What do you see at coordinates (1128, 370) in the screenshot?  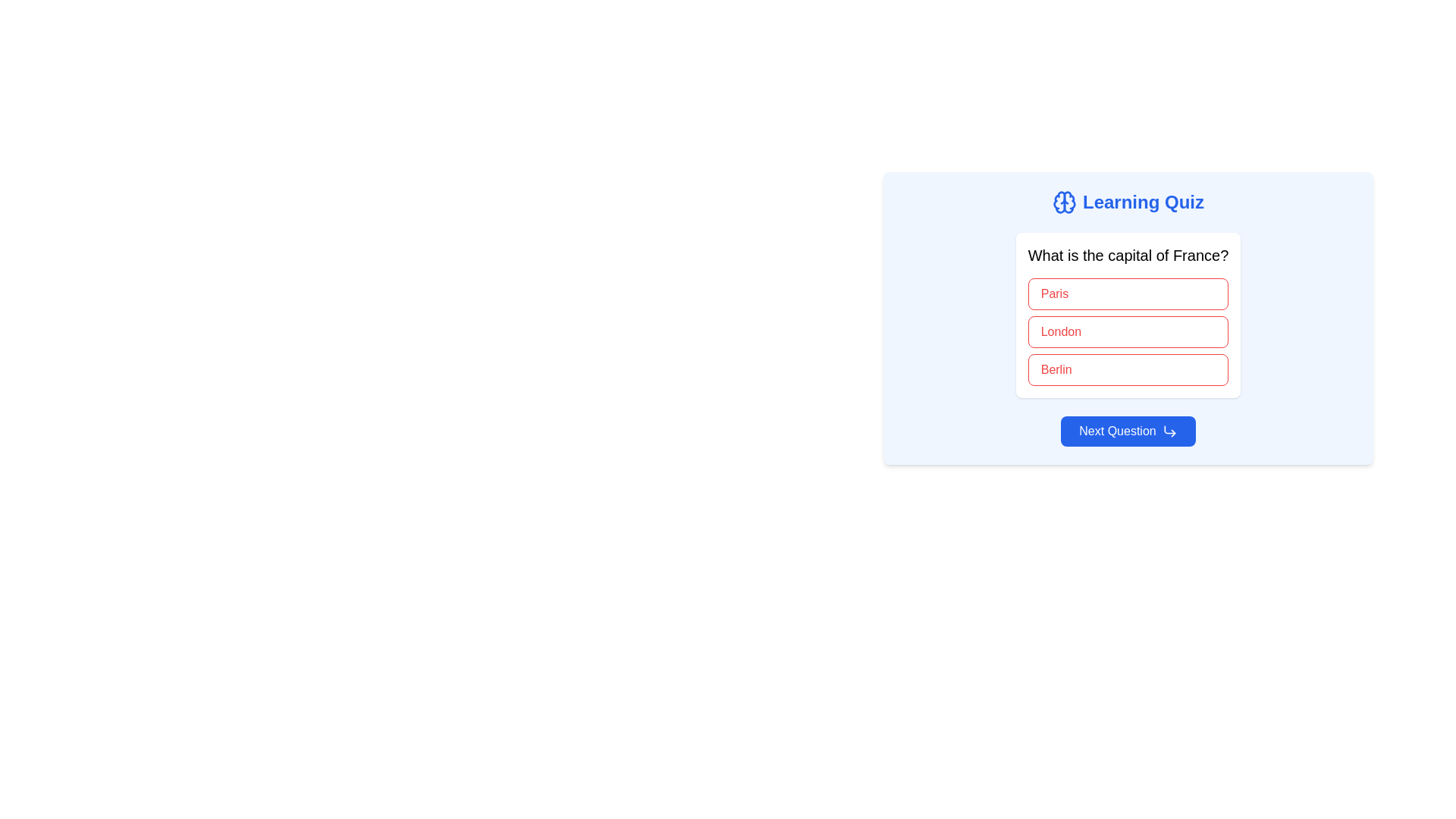 I see `the third button in the multiple-choice question interface labeled 'What is the capital of France?'` at bounding box center [1128, 370].